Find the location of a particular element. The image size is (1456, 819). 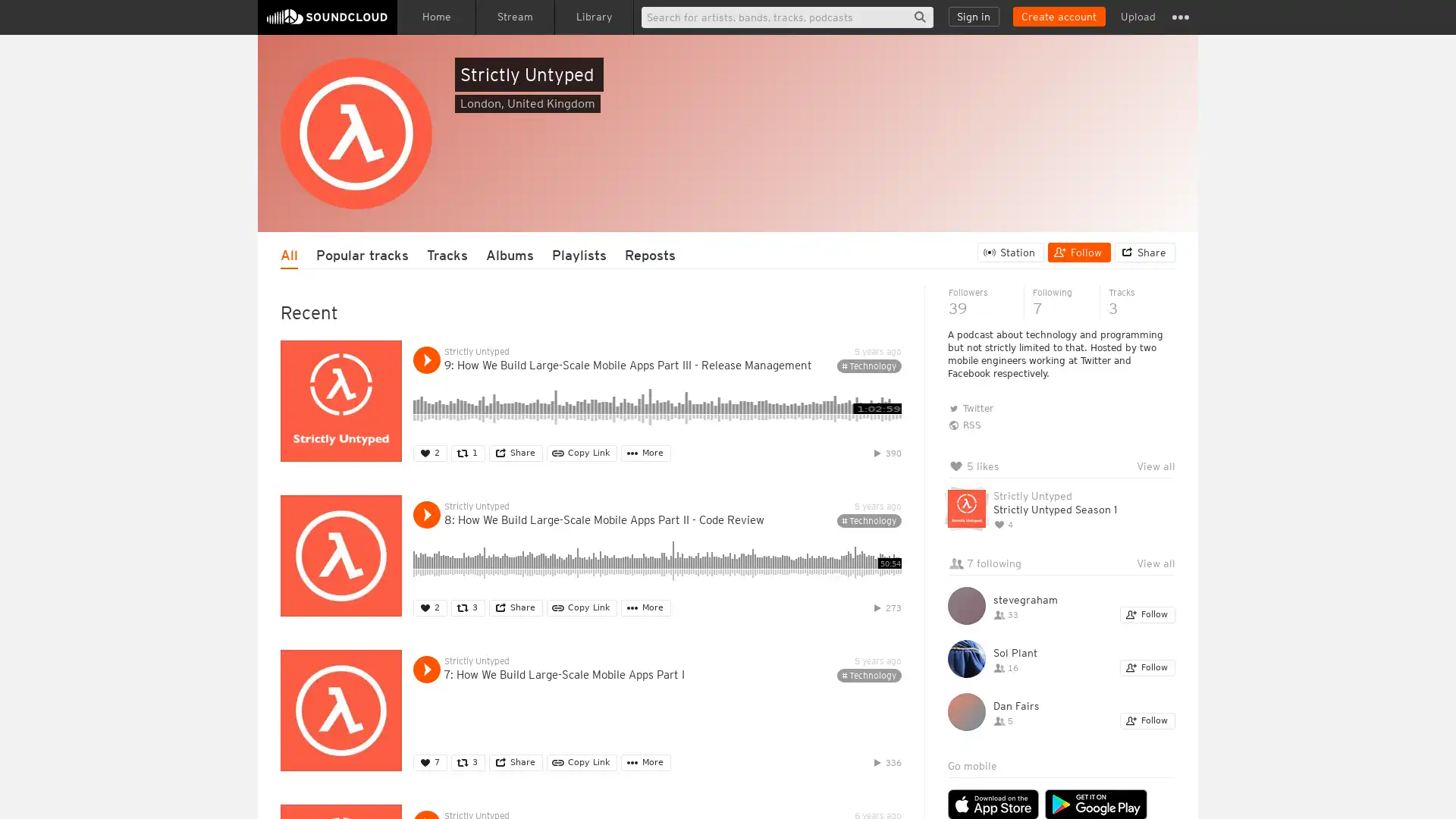

Follow is located at coordinates (1147, 720).